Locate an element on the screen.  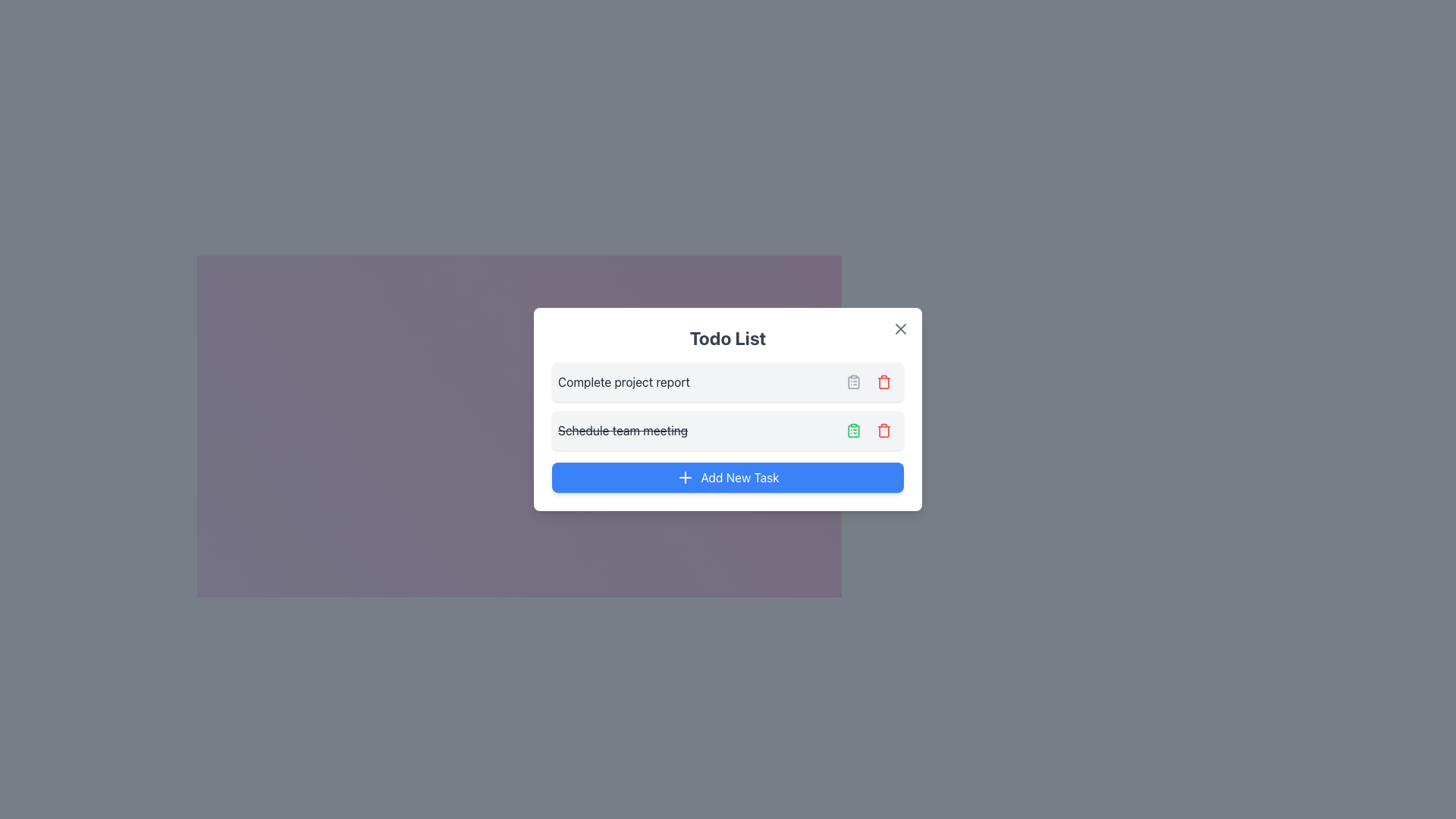
the task icons within the 'Todo List' section of the modal dialog is located at coordinates (728, 406).